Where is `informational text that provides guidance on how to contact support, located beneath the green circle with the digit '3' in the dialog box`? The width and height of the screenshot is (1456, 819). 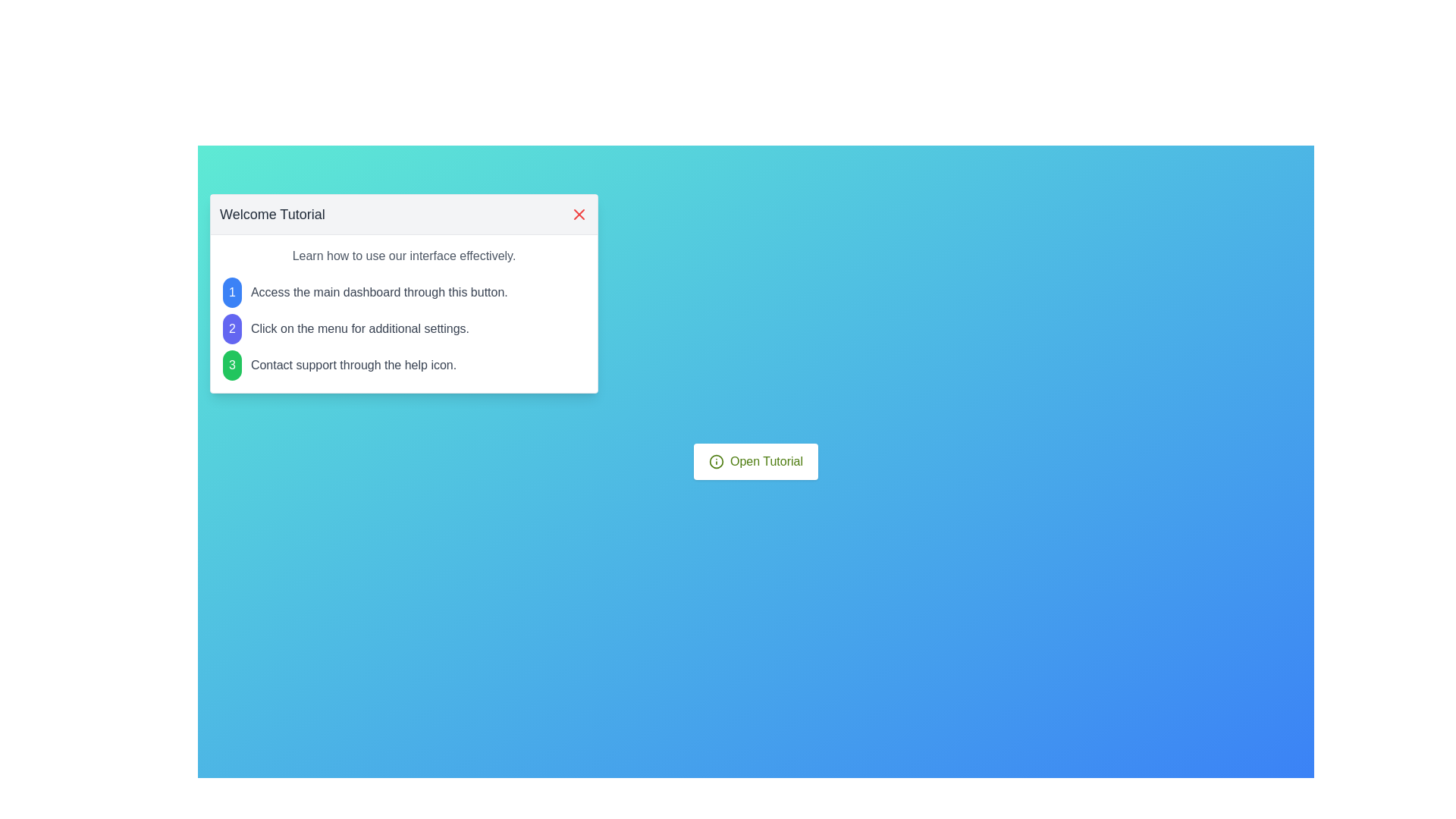 informational text that provides guidance on how to contact support, located beneath the green circle with the digit '3' in the dialog box is located at coordinates (353, 366).